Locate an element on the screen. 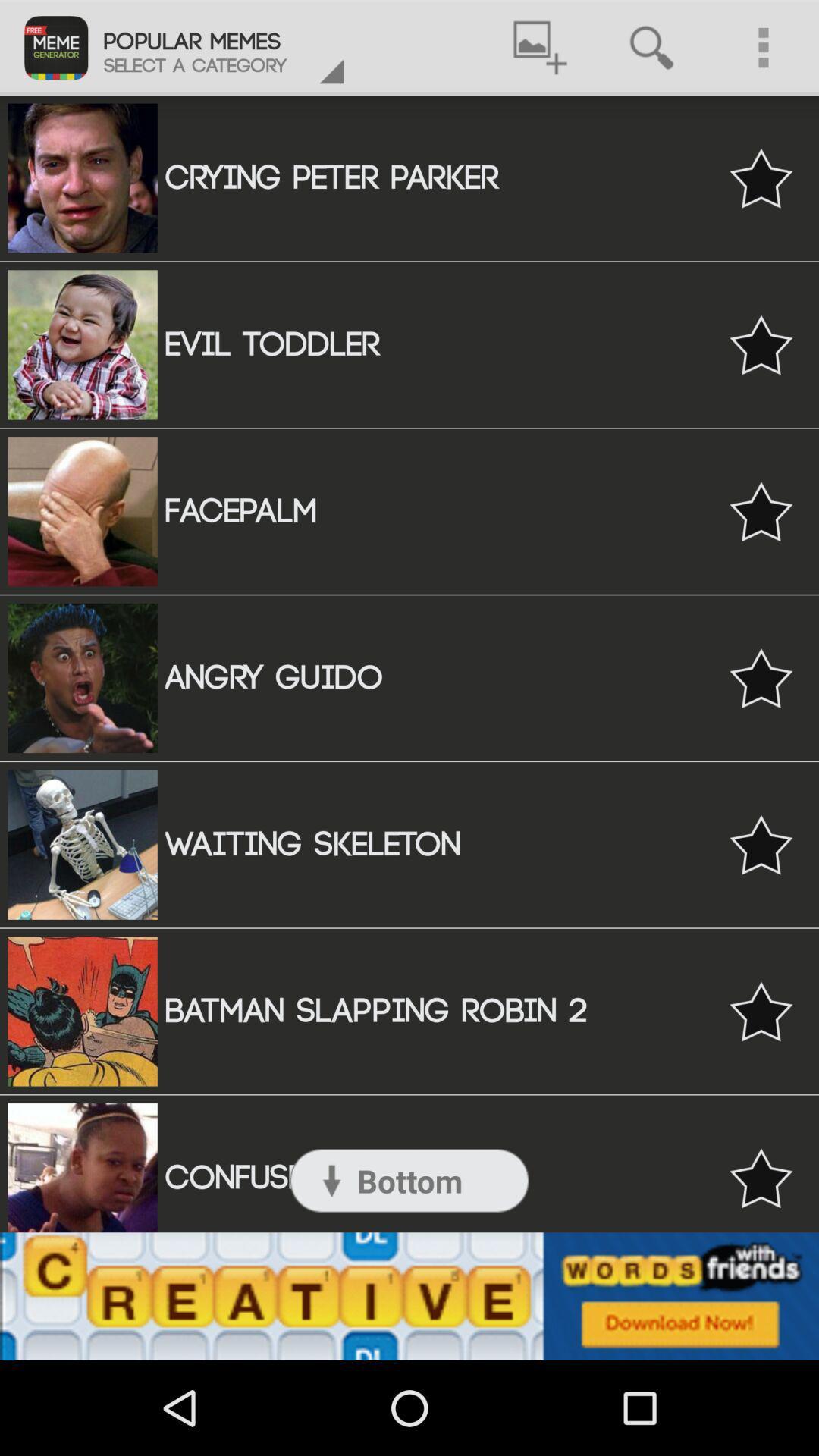  favorite is located at coordinates (761, 344).